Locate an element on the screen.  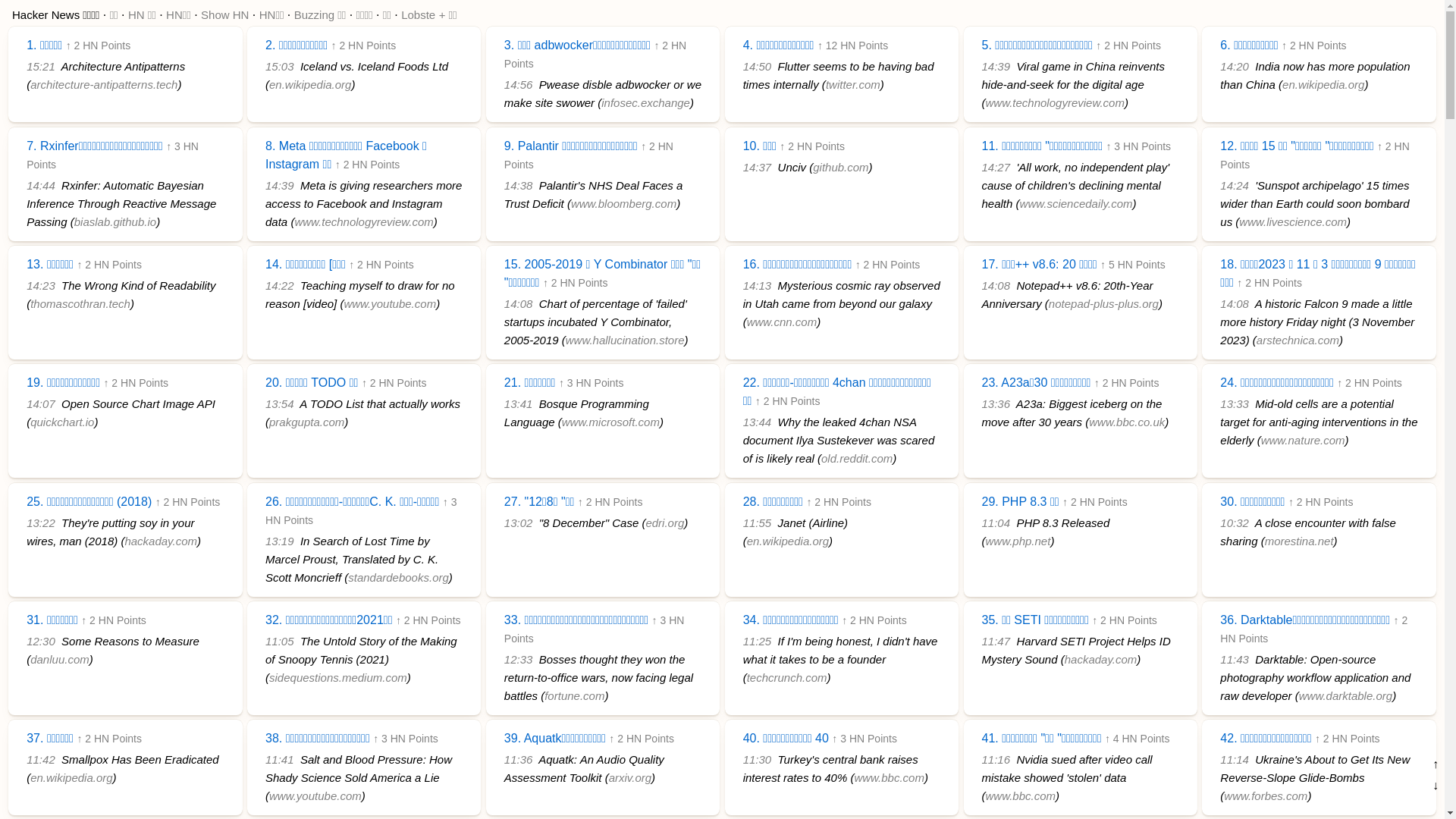
'14:13' is located at coordinates (757, 285).